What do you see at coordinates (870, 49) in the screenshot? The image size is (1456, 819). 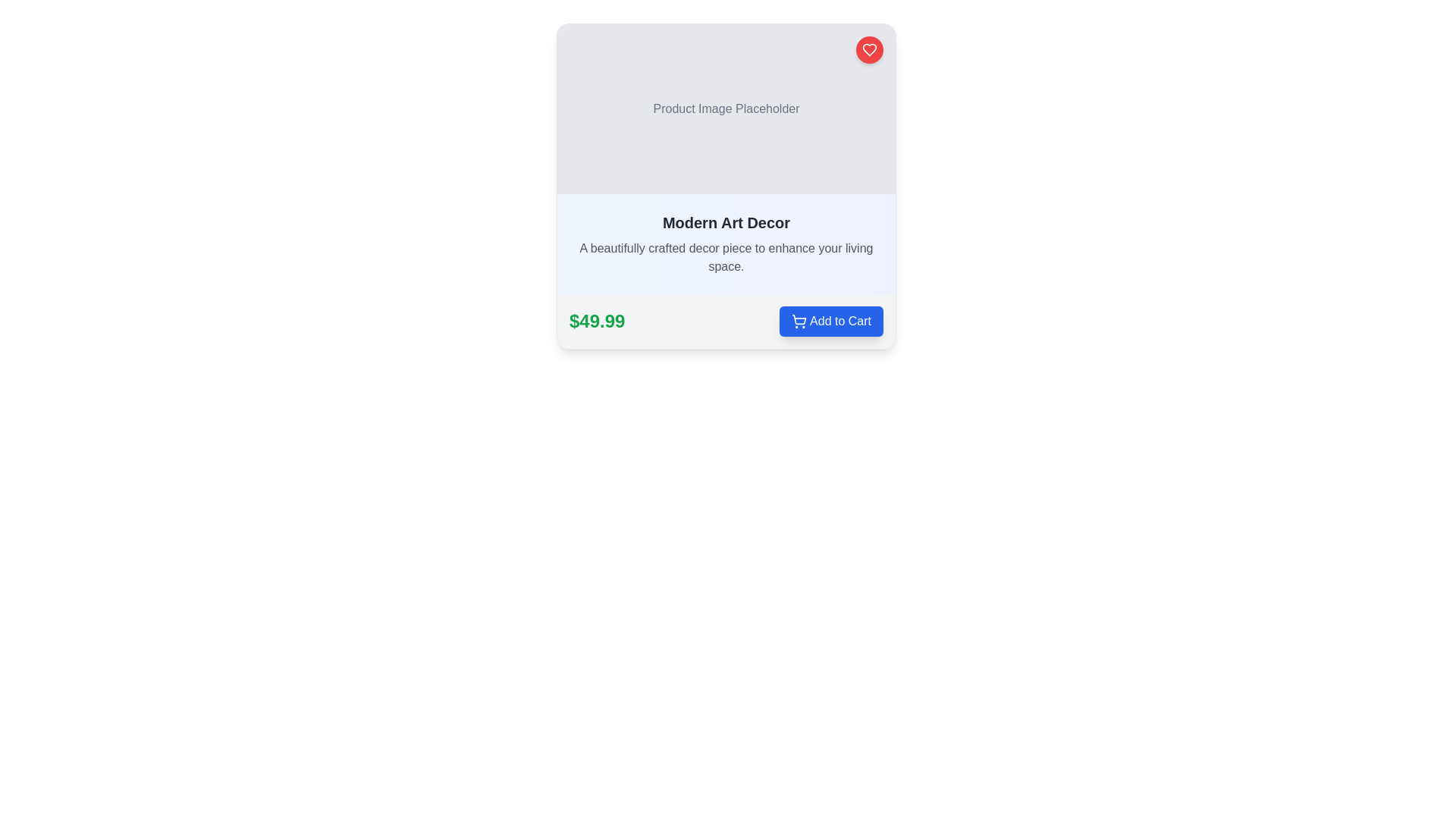 I see `the heart icon located at the top-right corner of the product card interface` at bounding box center [870, 49].